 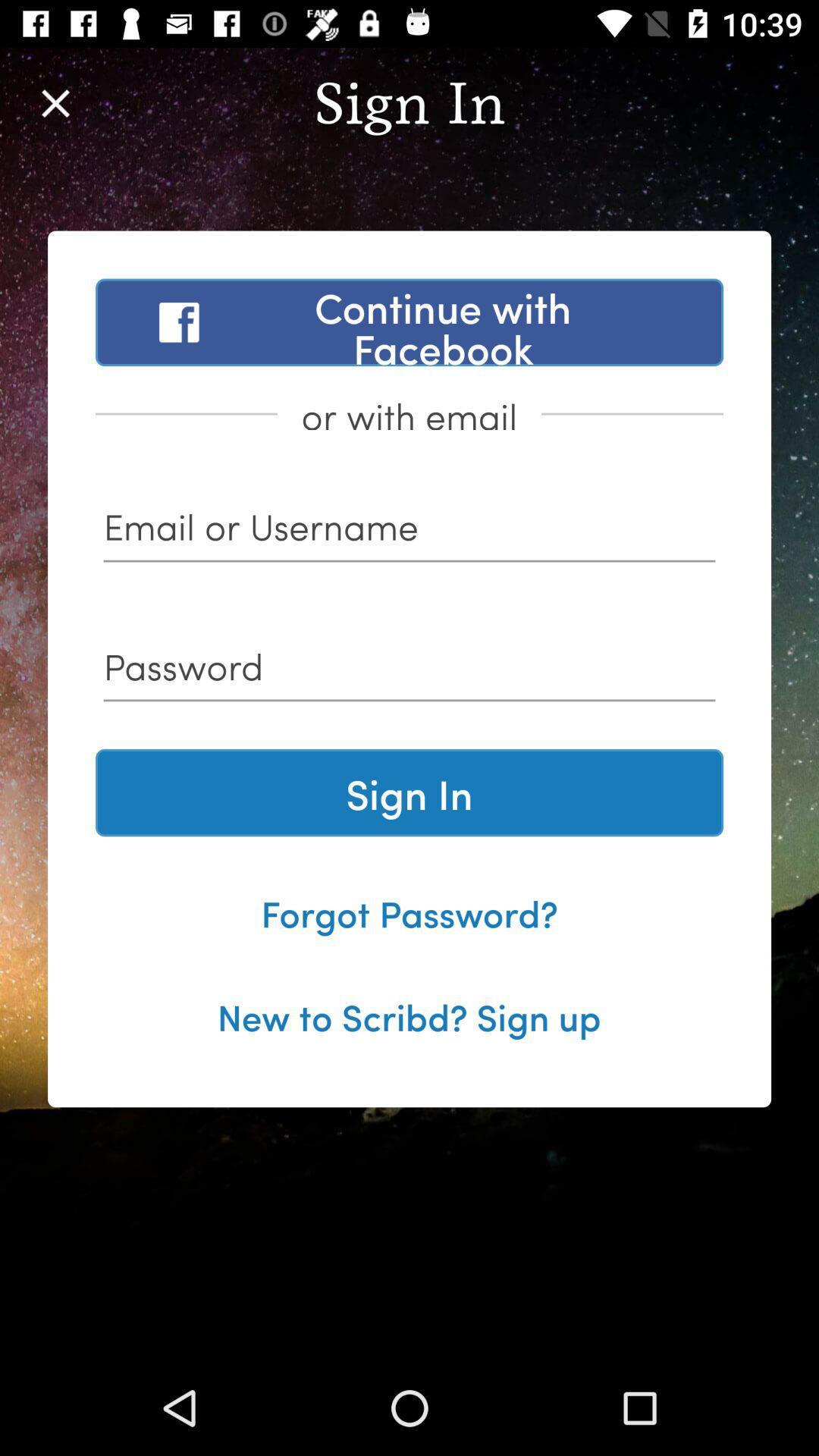 I want to click on the item above the sign in icon, so click(x=409, y=671).